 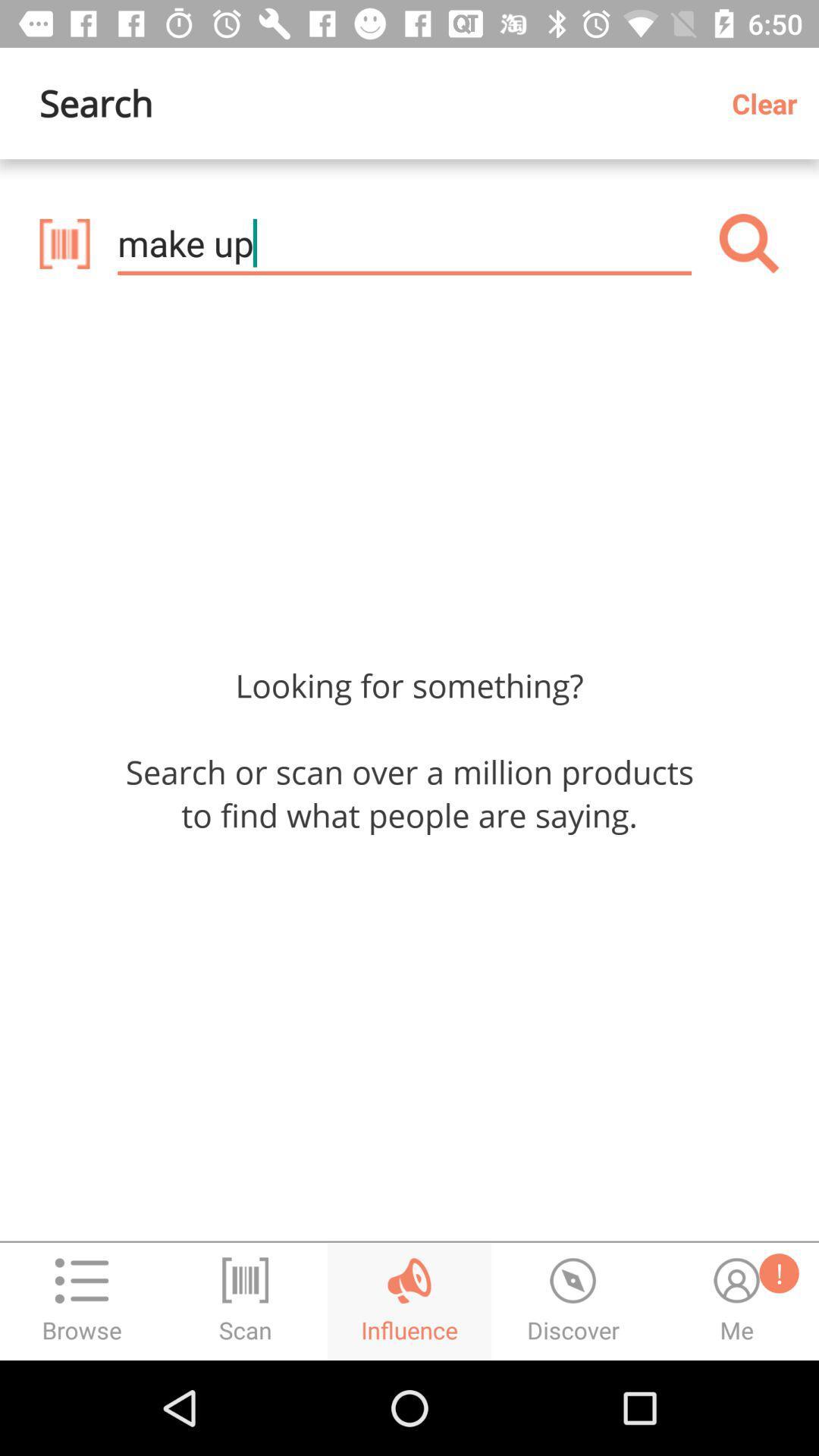 I want to click on barcode scan, so click(x=64, y=243).